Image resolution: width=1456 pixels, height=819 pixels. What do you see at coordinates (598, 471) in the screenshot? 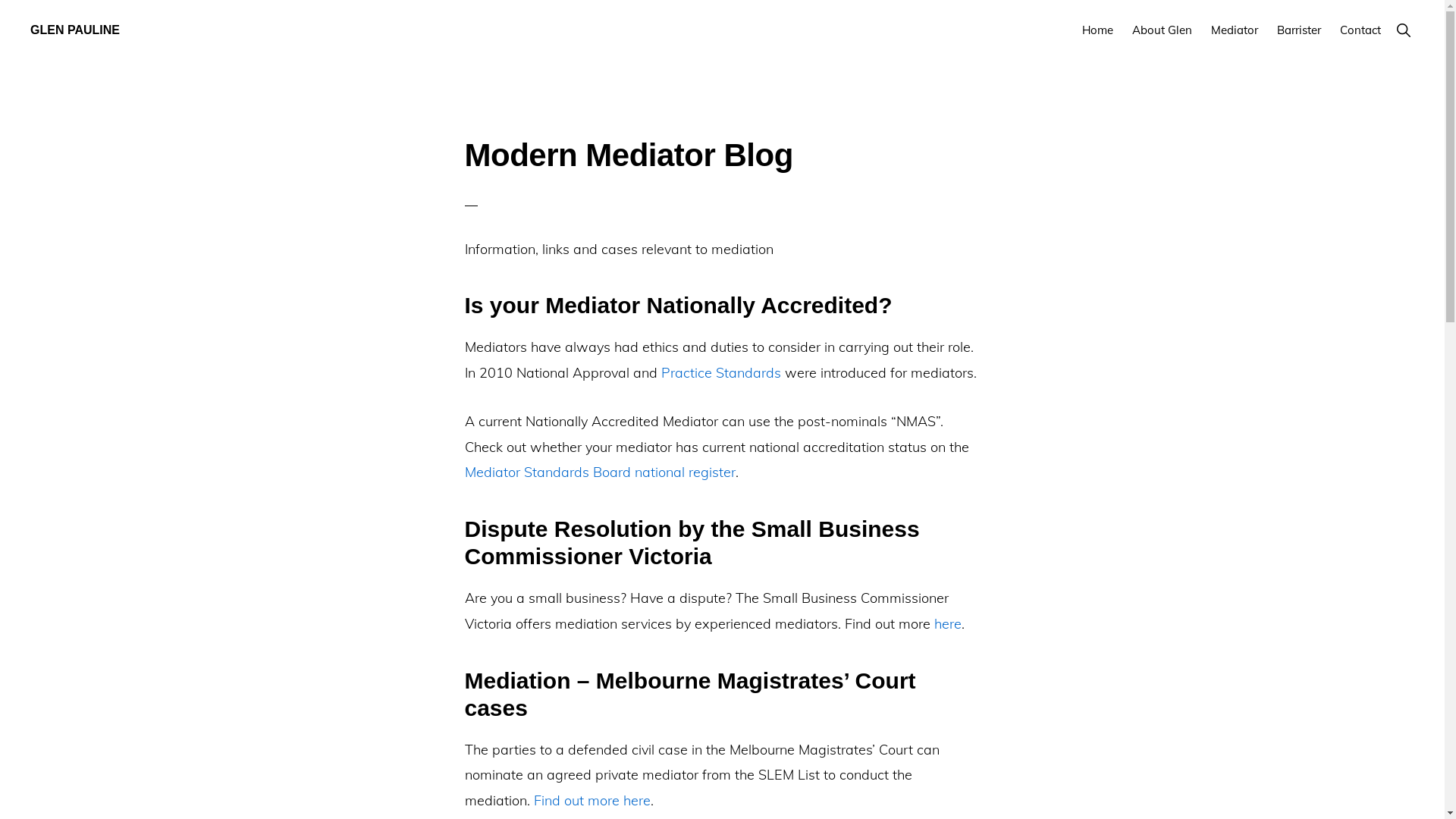
I see `'Mediator Standards Board national register'` at bounding box center [598, 471].